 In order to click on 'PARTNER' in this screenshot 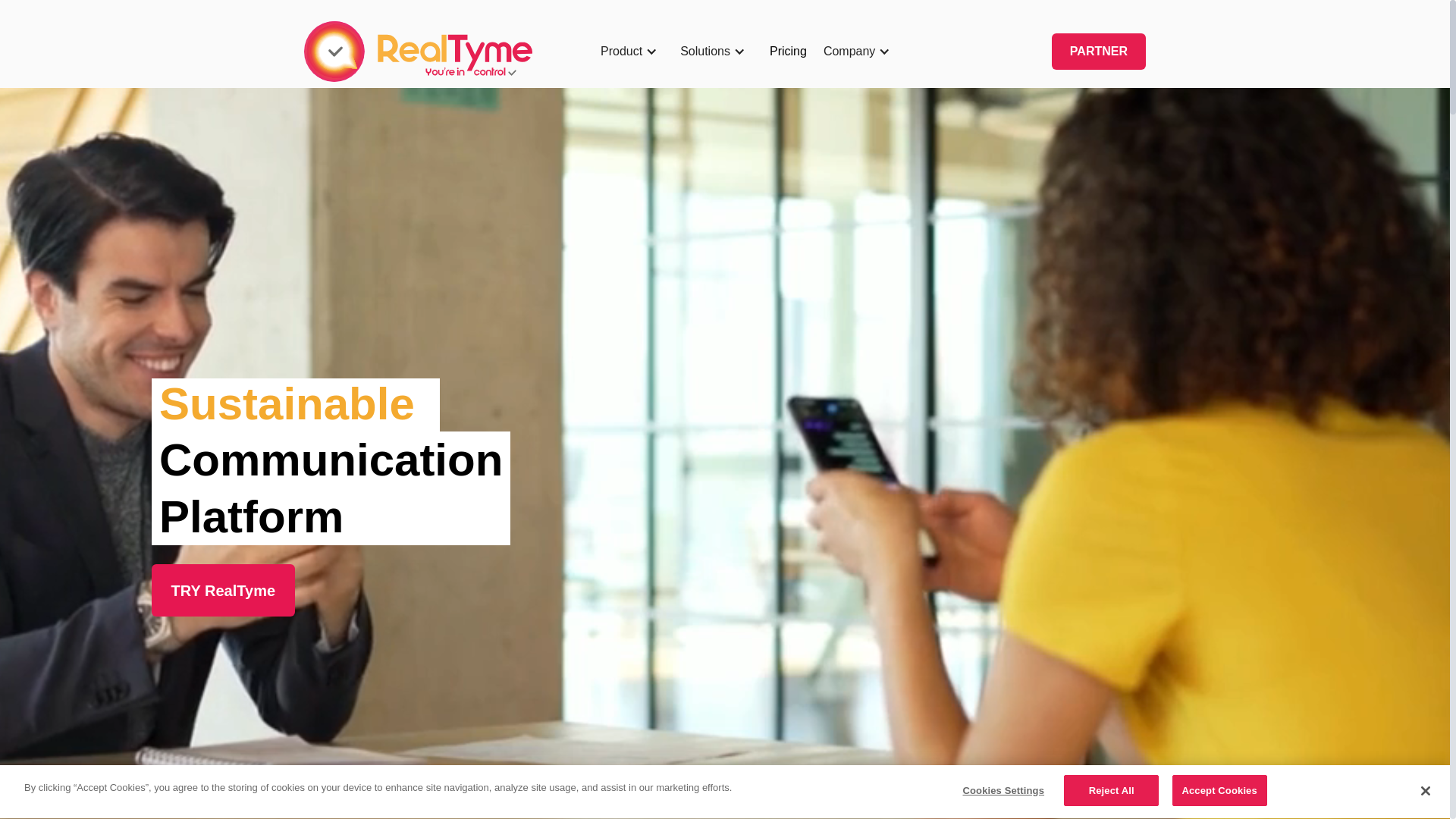, I will do `click(1099, 51)`.